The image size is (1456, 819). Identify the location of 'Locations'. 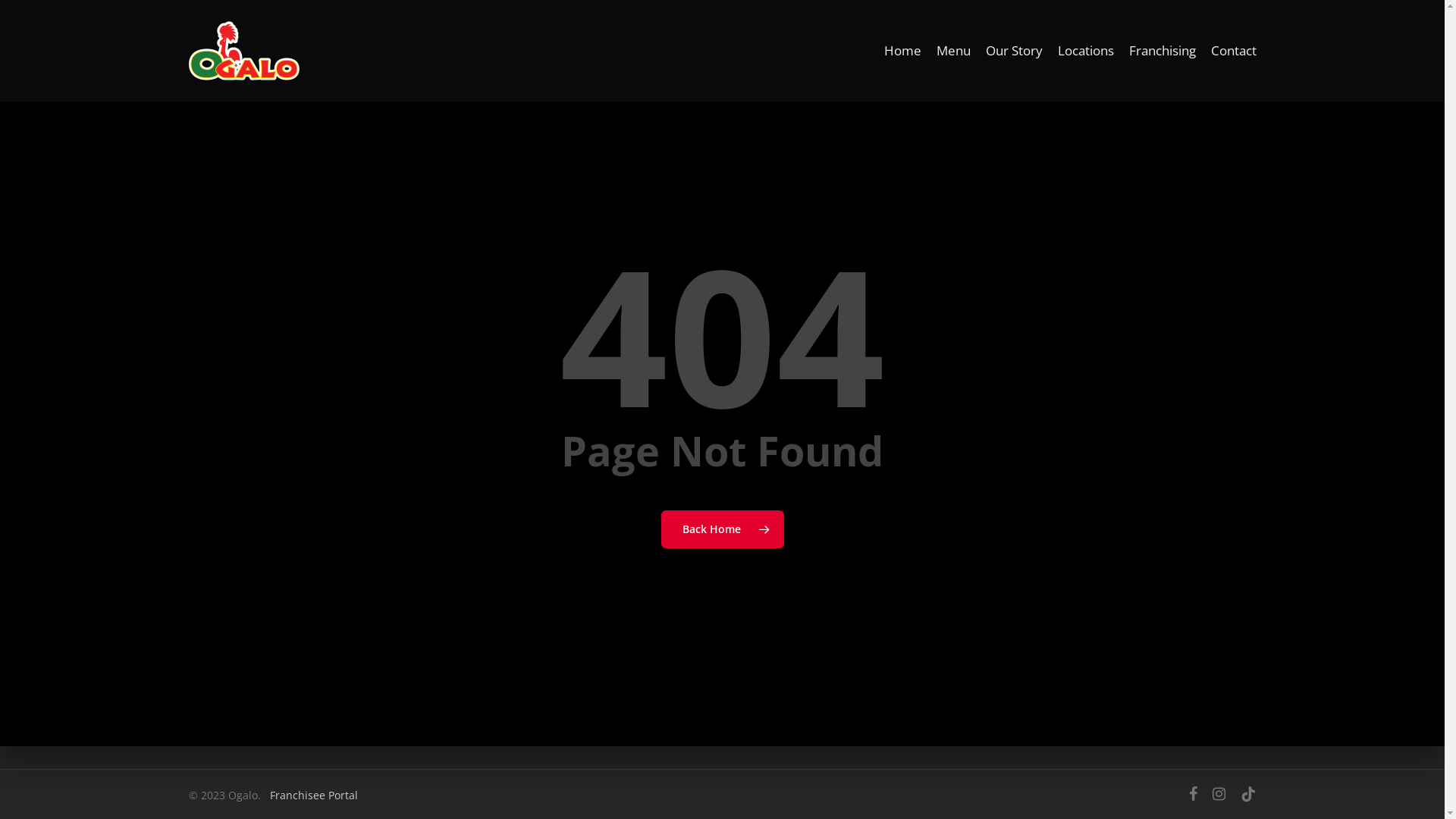
(1084, 49).